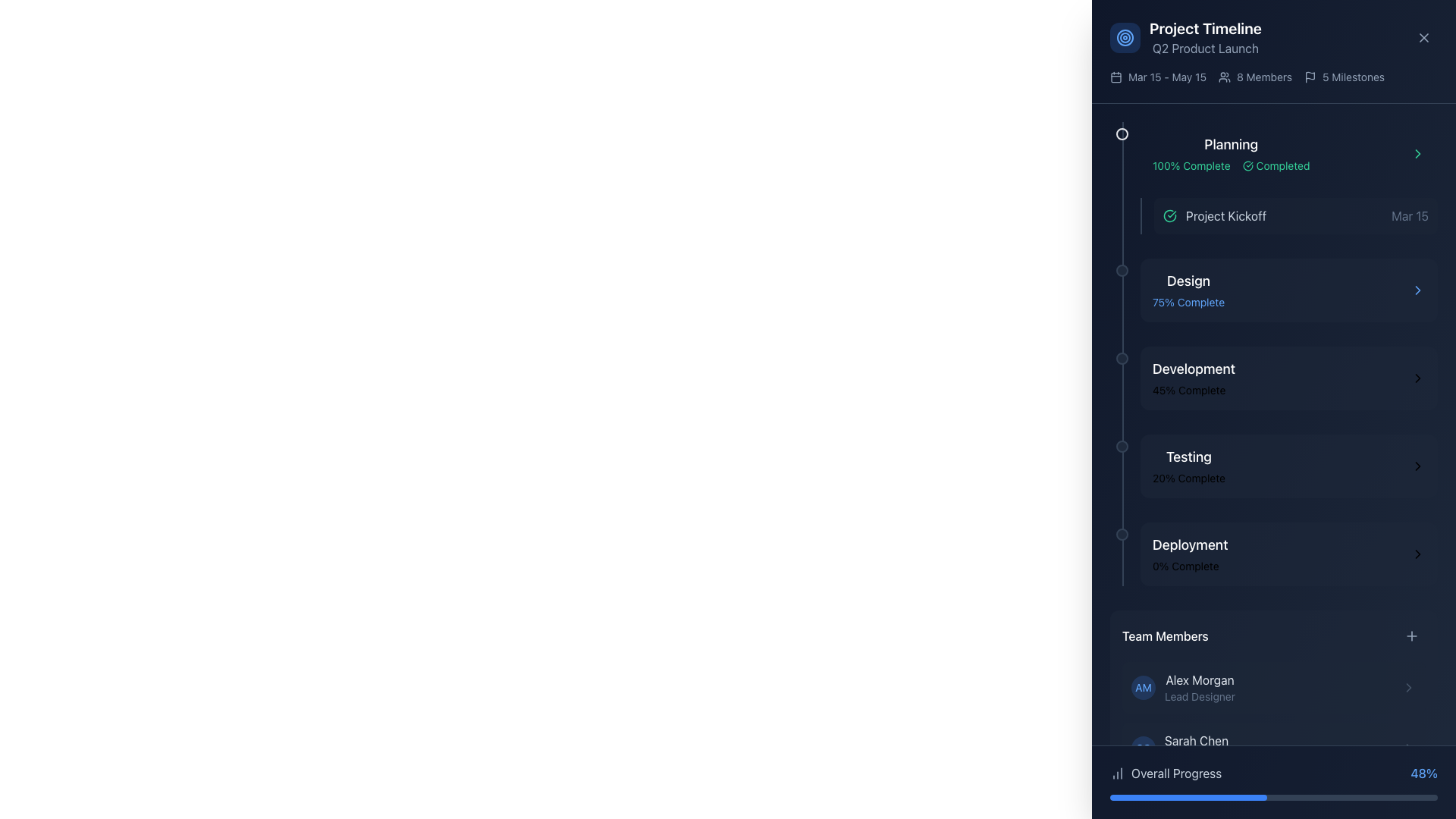 This screenshot has width=1456, height=819. What do you see at coordinates (1231, 154) in the screenshot?
I see `the Text Component displaying the title 'Planning' and the status message '100% Complete Completed', located under 'Project Timeline'` at bounding box center [1231, 154].